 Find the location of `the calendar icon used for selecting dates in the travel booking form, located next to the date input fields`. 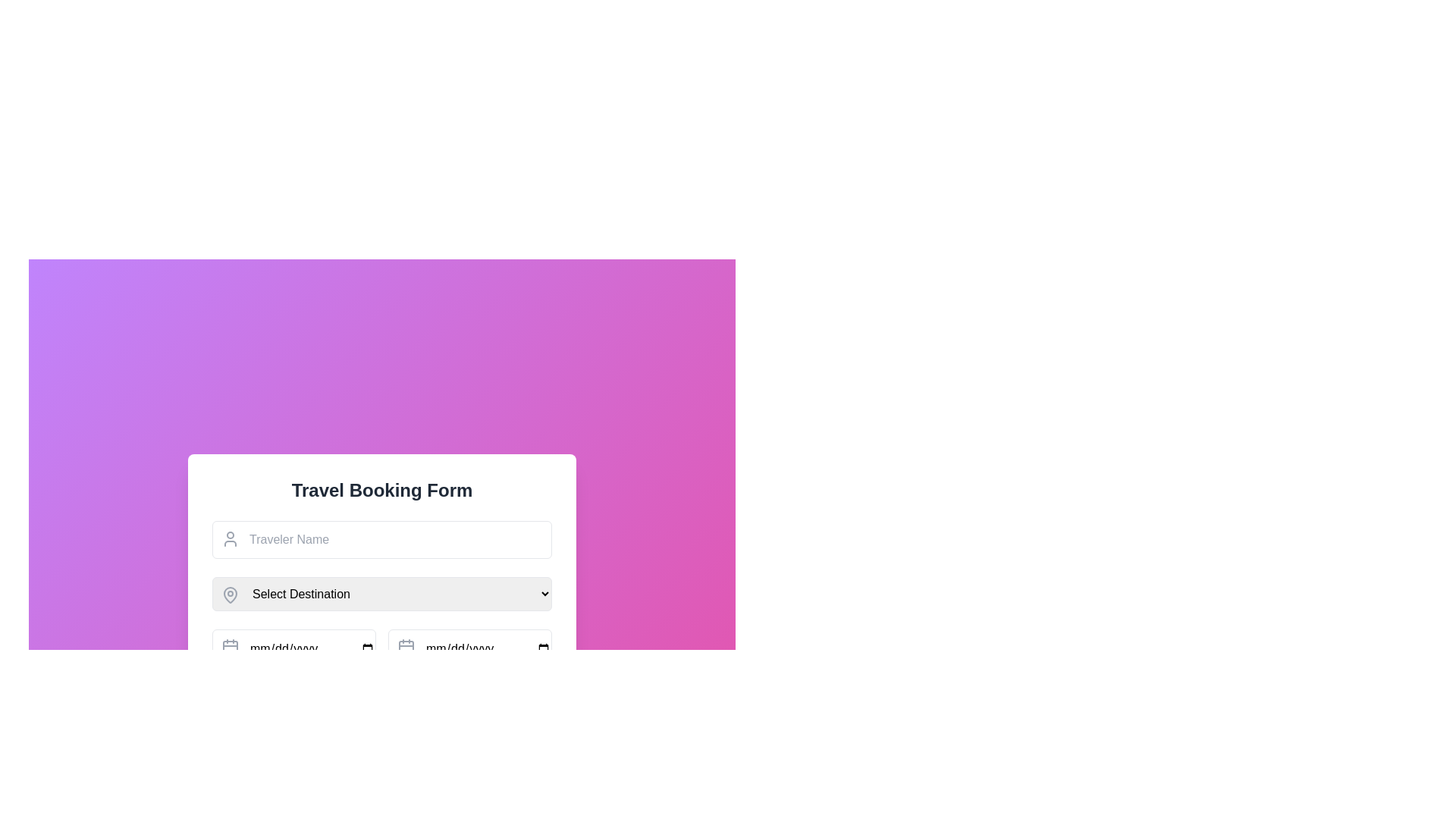

the calendar icon used for selecting dates in the travel booking form, located next to the date input fields is located at coordinates (406, 648).